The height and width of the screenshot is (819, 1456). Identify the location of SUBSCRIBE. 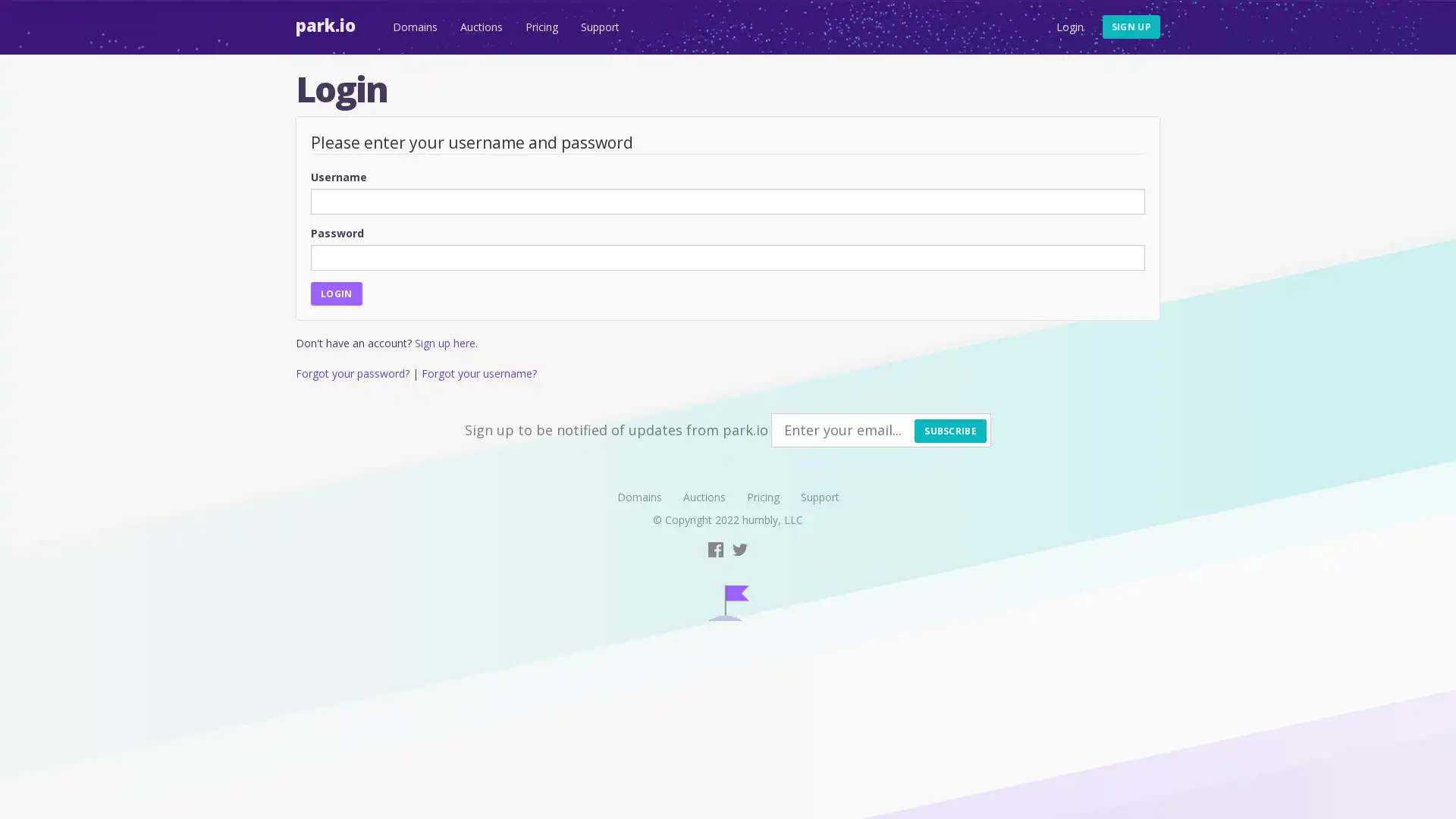
(949, 430).